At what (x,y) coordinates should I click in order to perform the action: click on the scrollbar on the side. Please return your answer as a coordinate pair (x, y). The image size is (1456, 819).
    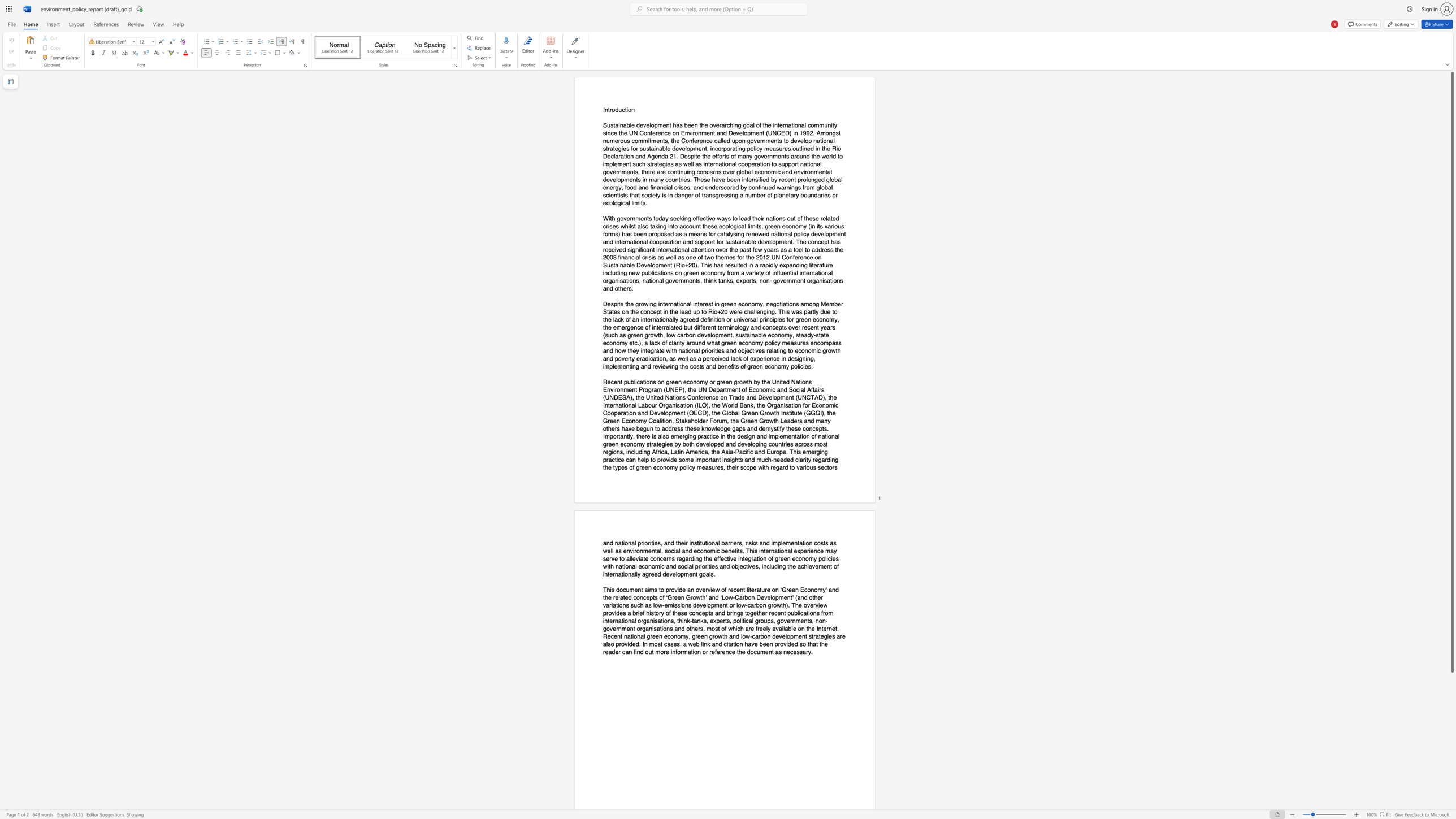
    Looking at the image, I should click on (1451, 693).